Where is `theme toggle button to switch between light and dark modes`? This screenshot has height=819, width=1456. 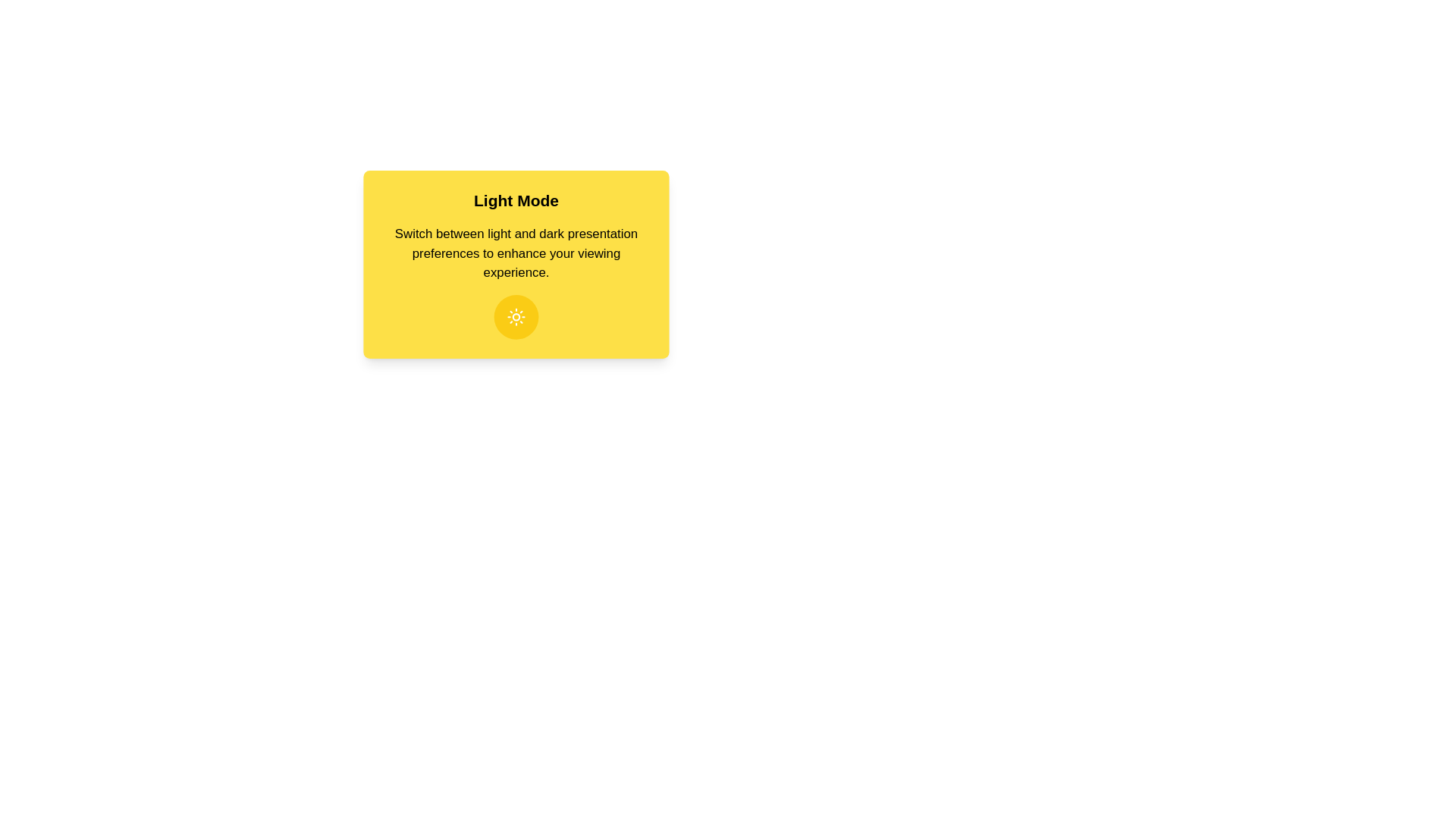 theme toggle button to switch between light and dark modes is located at coordinates (516, 315).